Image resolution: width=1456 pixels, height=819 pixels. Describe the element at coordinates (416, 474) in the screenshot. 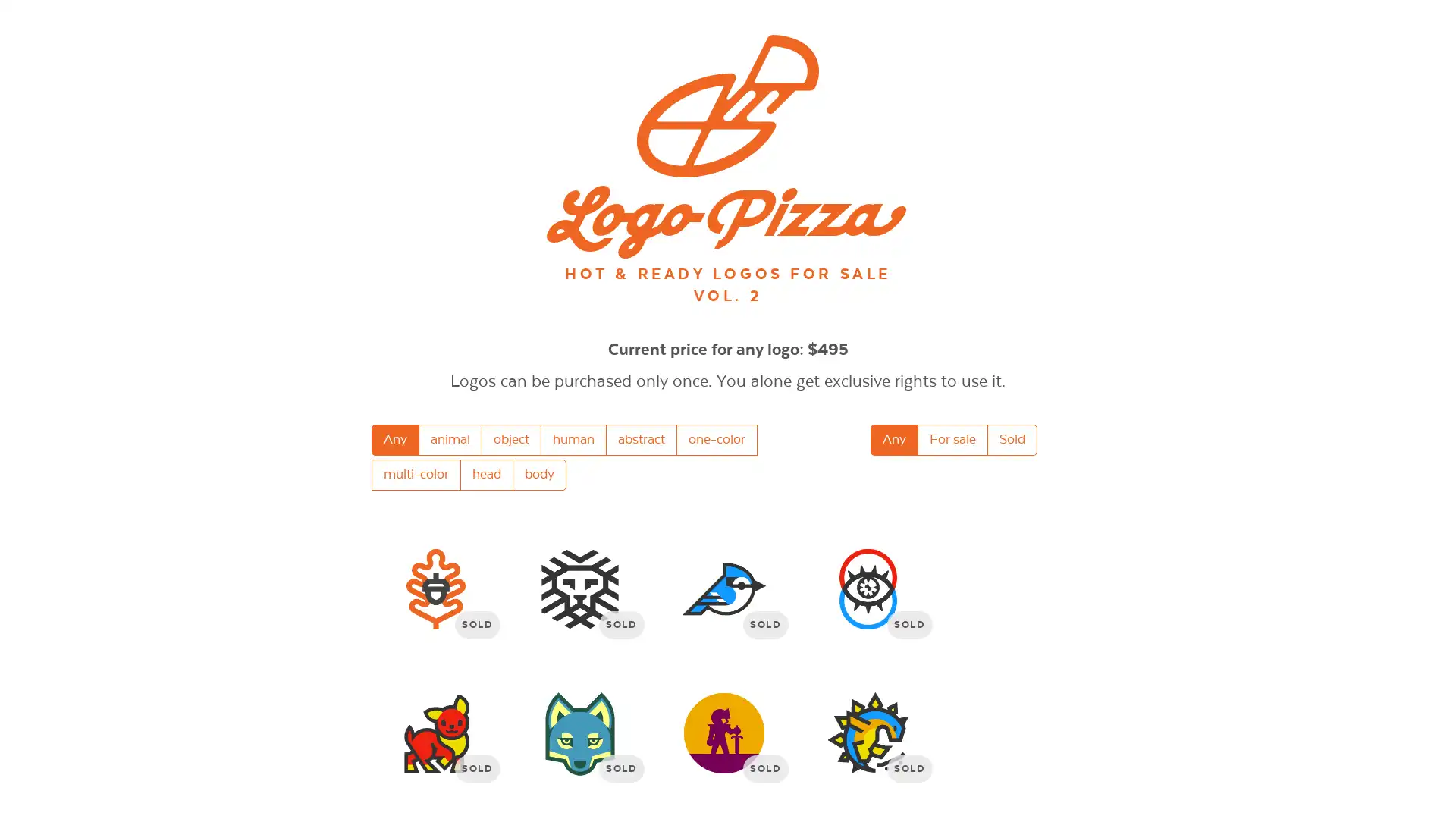

I see `multi-color` at that location.